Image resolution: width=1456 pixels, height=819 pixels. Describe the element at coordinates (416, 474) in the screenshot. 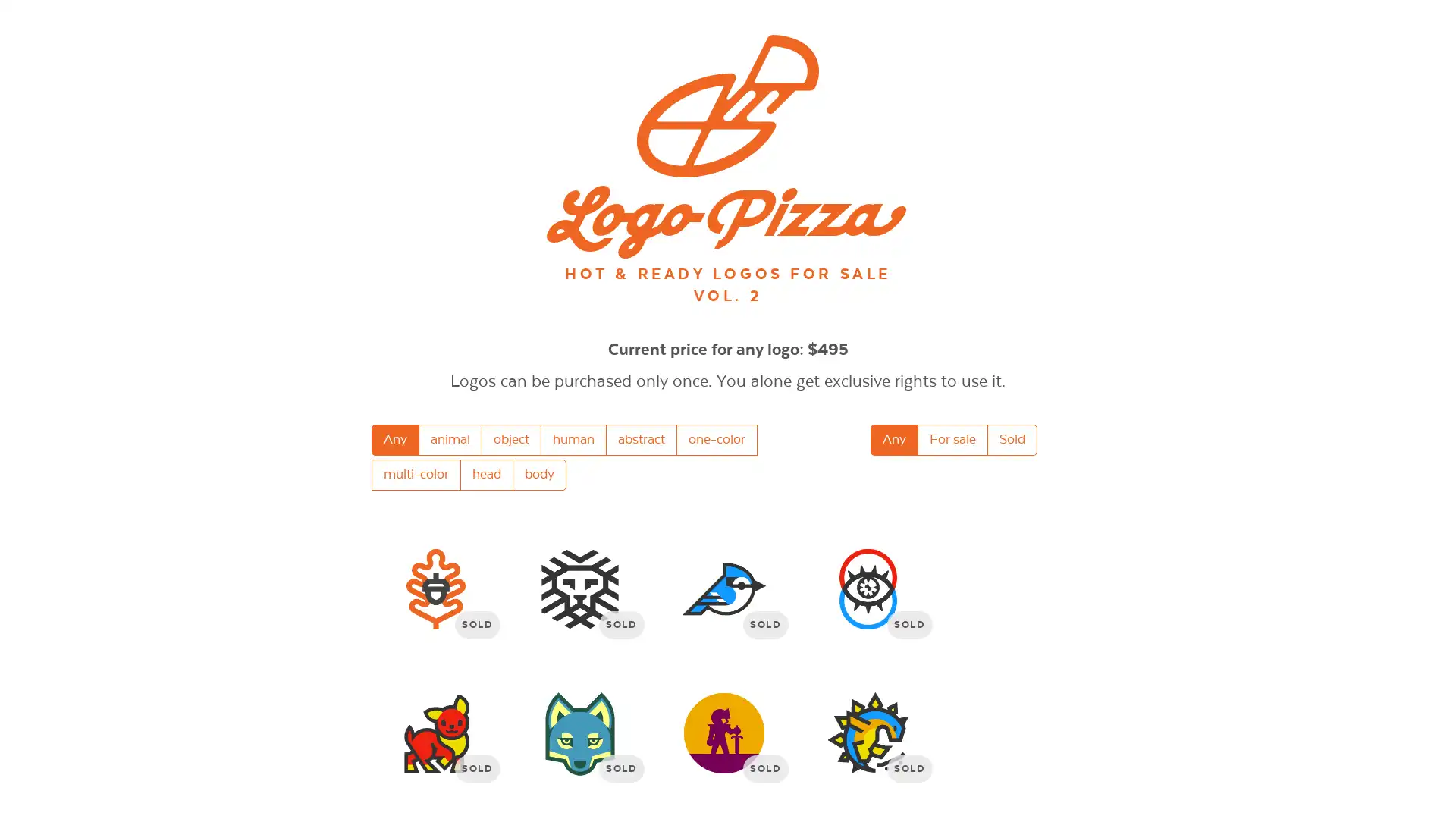

I see `multi-color` at that location.